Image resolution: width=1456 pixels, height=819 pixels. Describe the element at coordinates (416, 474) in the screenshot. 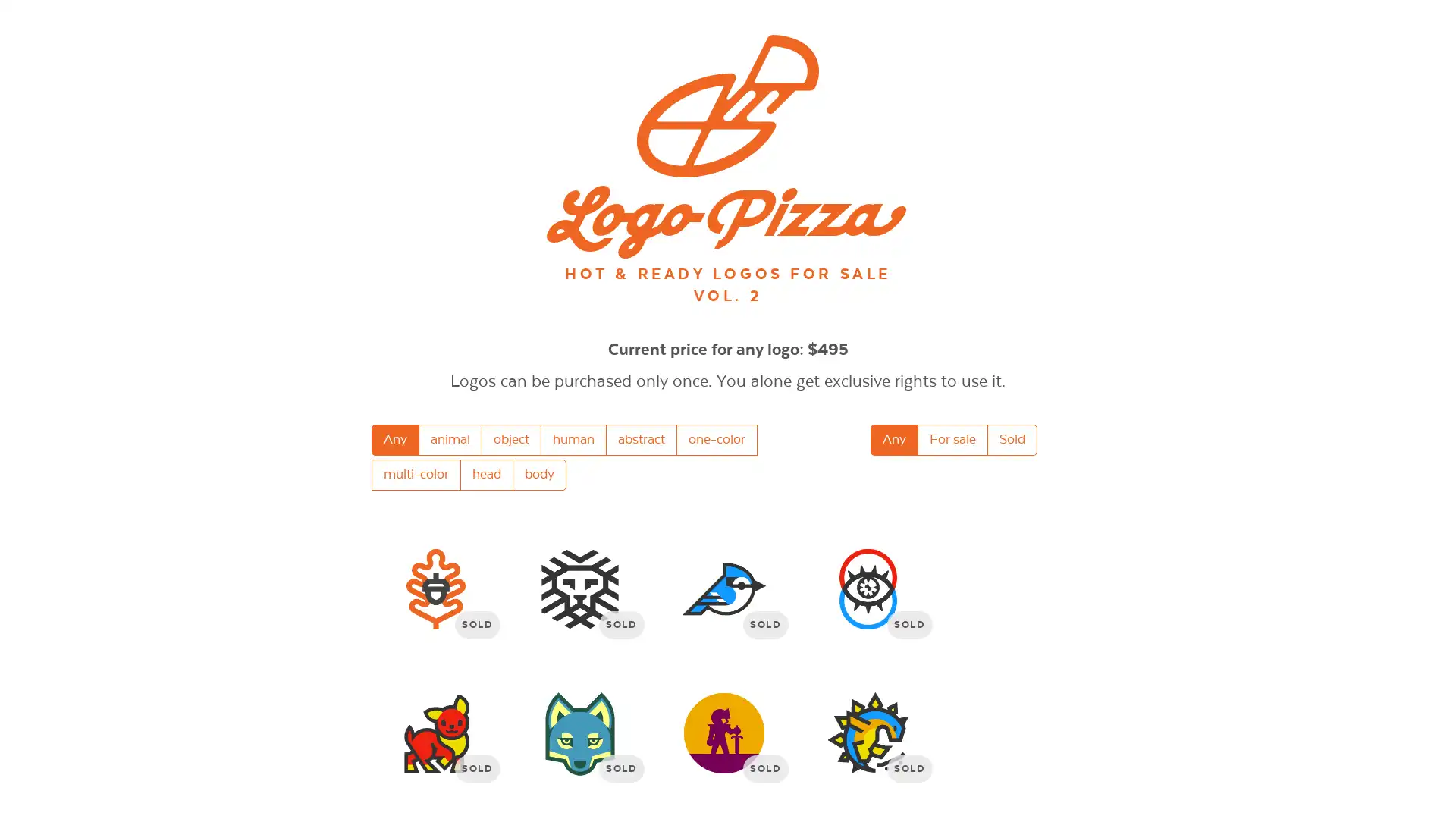

I see `multi-color` at that location.